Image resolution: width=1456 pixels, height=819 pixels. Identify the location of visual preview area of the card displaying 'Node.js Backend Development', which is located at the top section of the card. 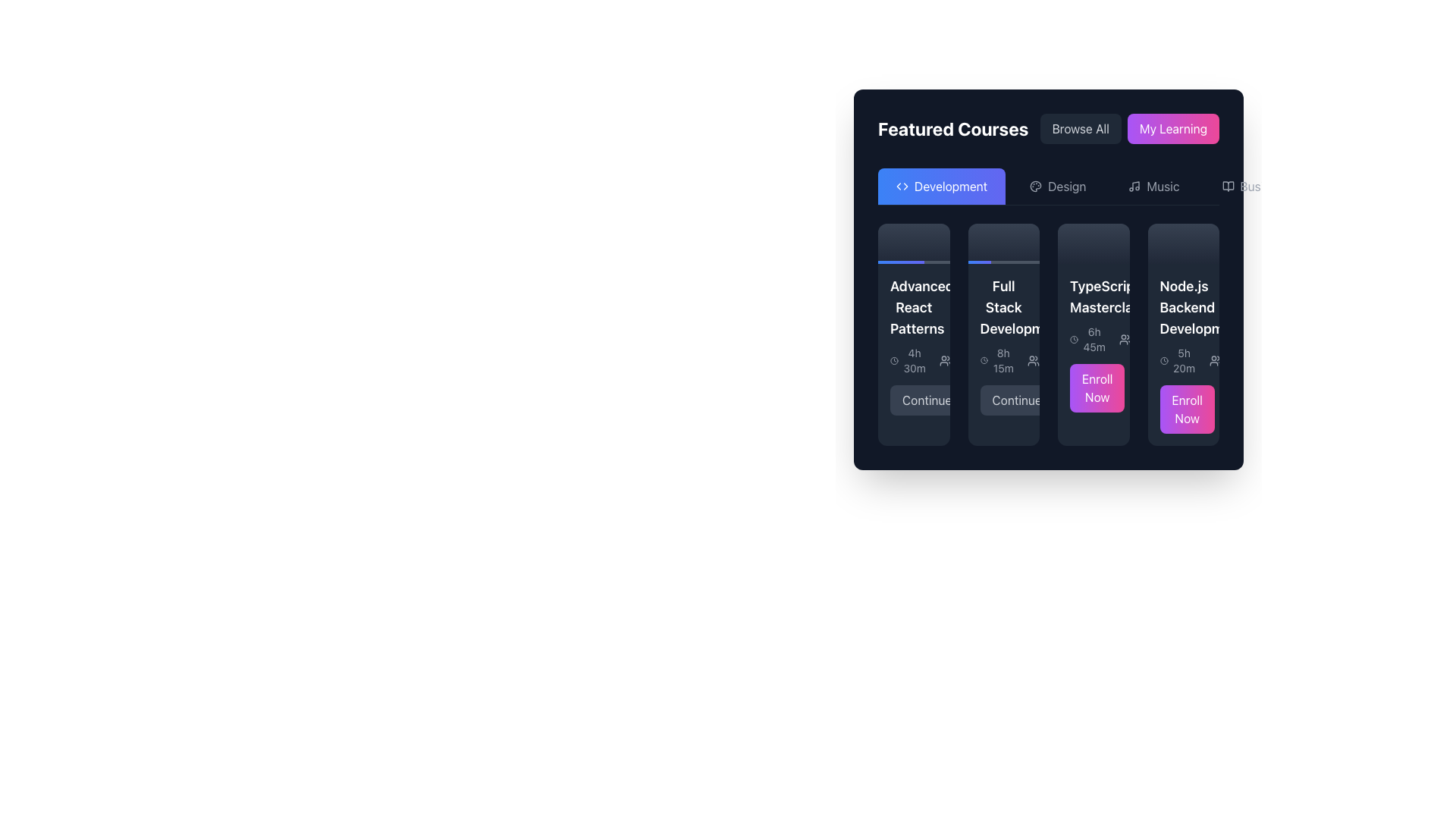
(1182, 243).